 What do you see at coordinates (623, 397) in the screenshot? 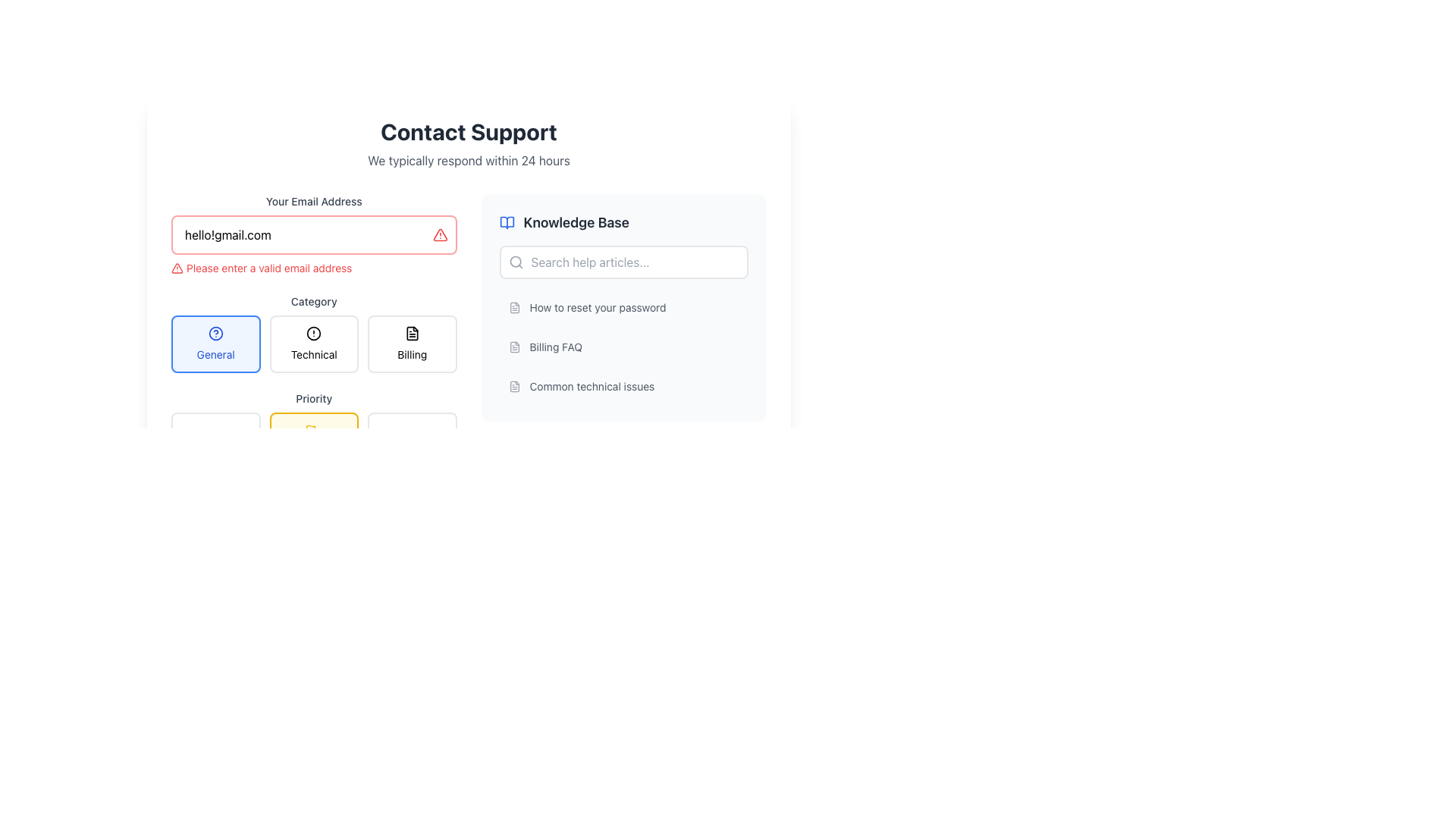
I see `the third clickable item labeled 'Common technical issues' in the 'Knowledge Base' section` at bounding box center [623, 397].